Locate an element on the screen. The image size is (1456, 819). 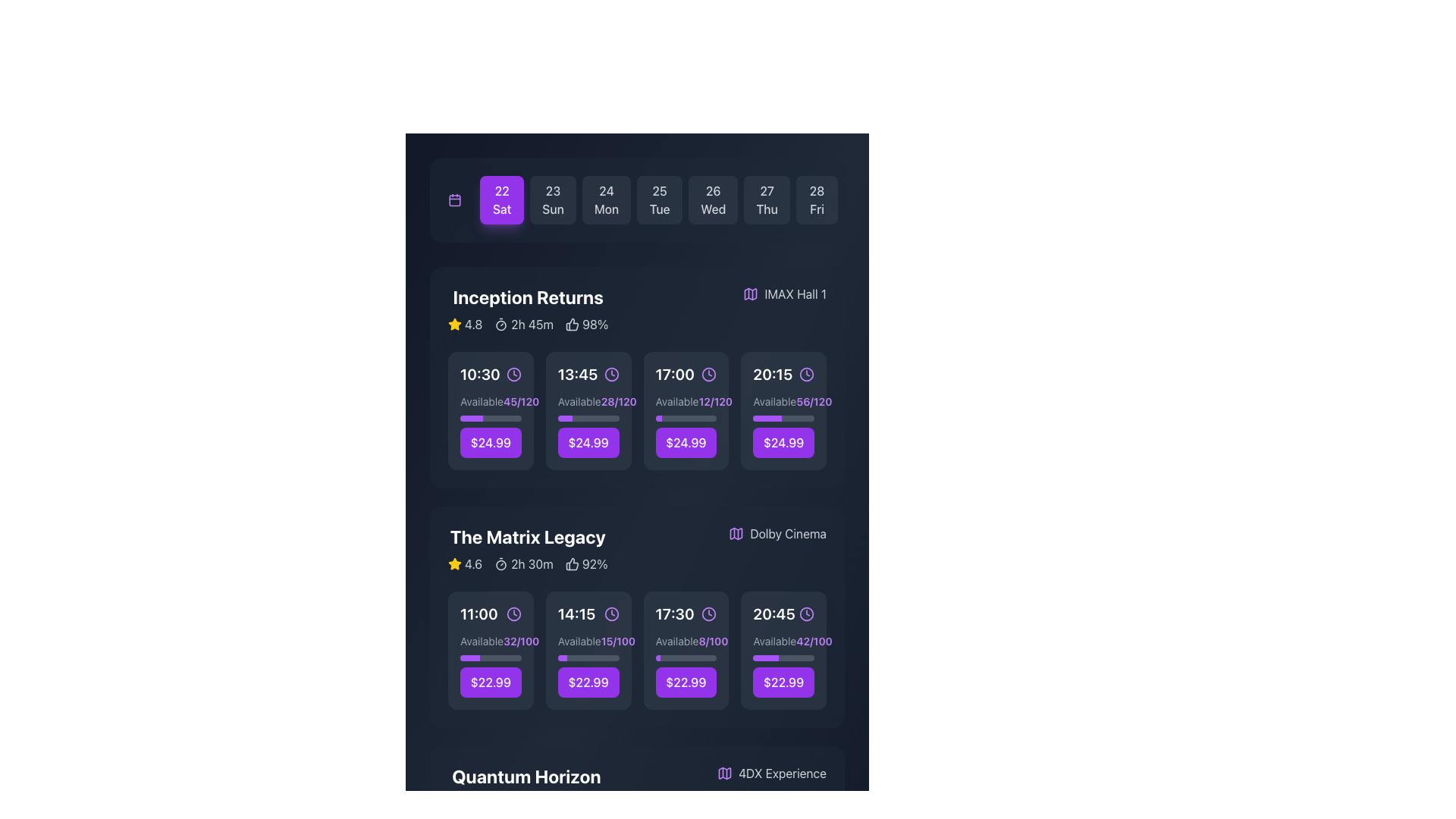
the label displaying 'Available56/120', which is styled with 'Available' in gray and '56/120' in purple, located in the last column under the 'Inception Returns' section, above a progress bar and a price button is located at coordinates (783, 400).